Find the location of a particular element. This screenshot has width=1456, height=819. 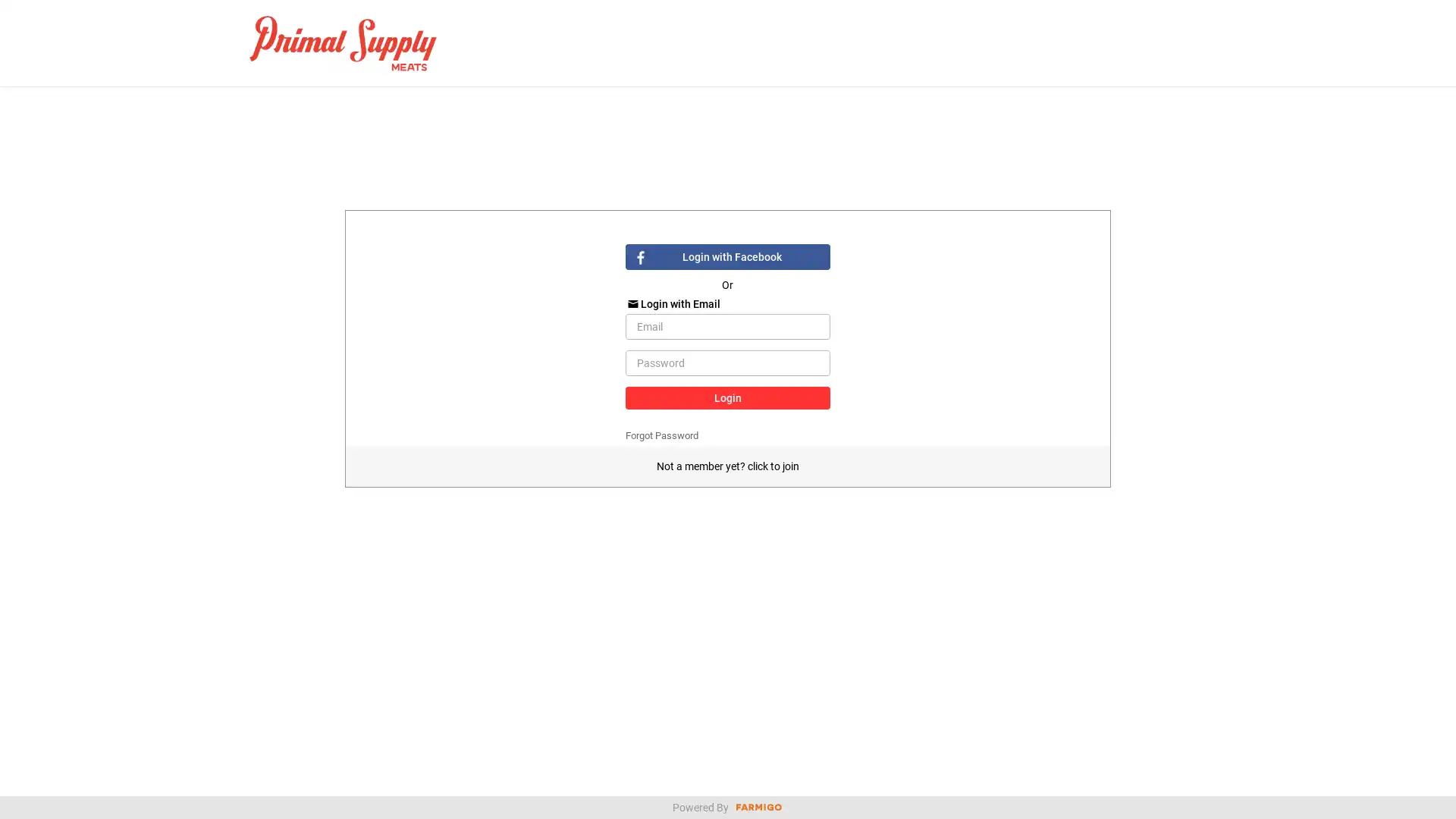

Login is located at coordinates (726, 397).